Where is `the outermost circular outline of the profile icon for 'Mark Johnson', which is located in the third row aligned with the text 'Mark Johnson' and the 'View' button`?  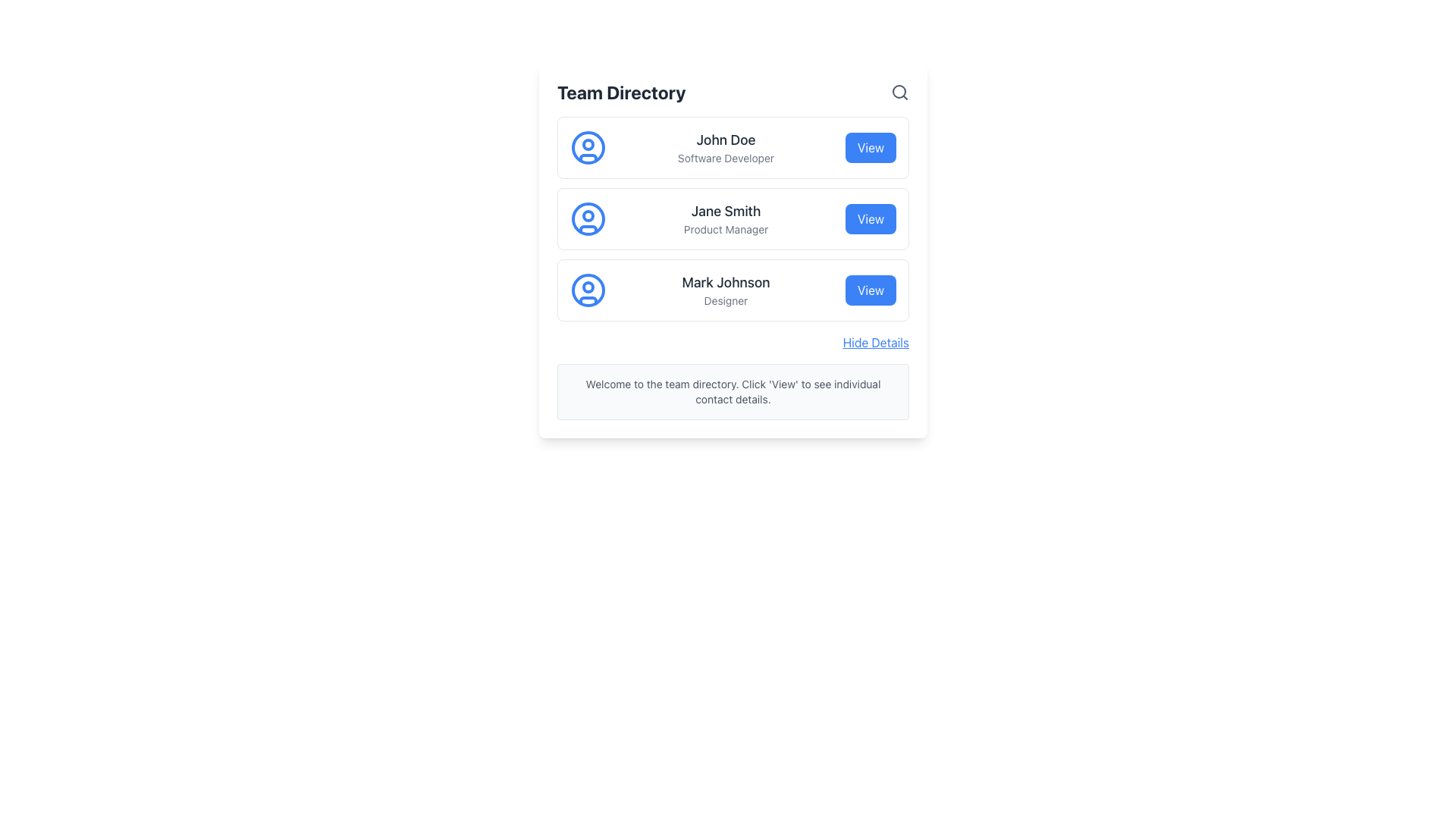 the outermost circular outline of the profile icon for 'Mark Johnson', which is located in the third row aligned with the text 'Mark Johnson' and the 'View' button is located at coordinates (588, 290).